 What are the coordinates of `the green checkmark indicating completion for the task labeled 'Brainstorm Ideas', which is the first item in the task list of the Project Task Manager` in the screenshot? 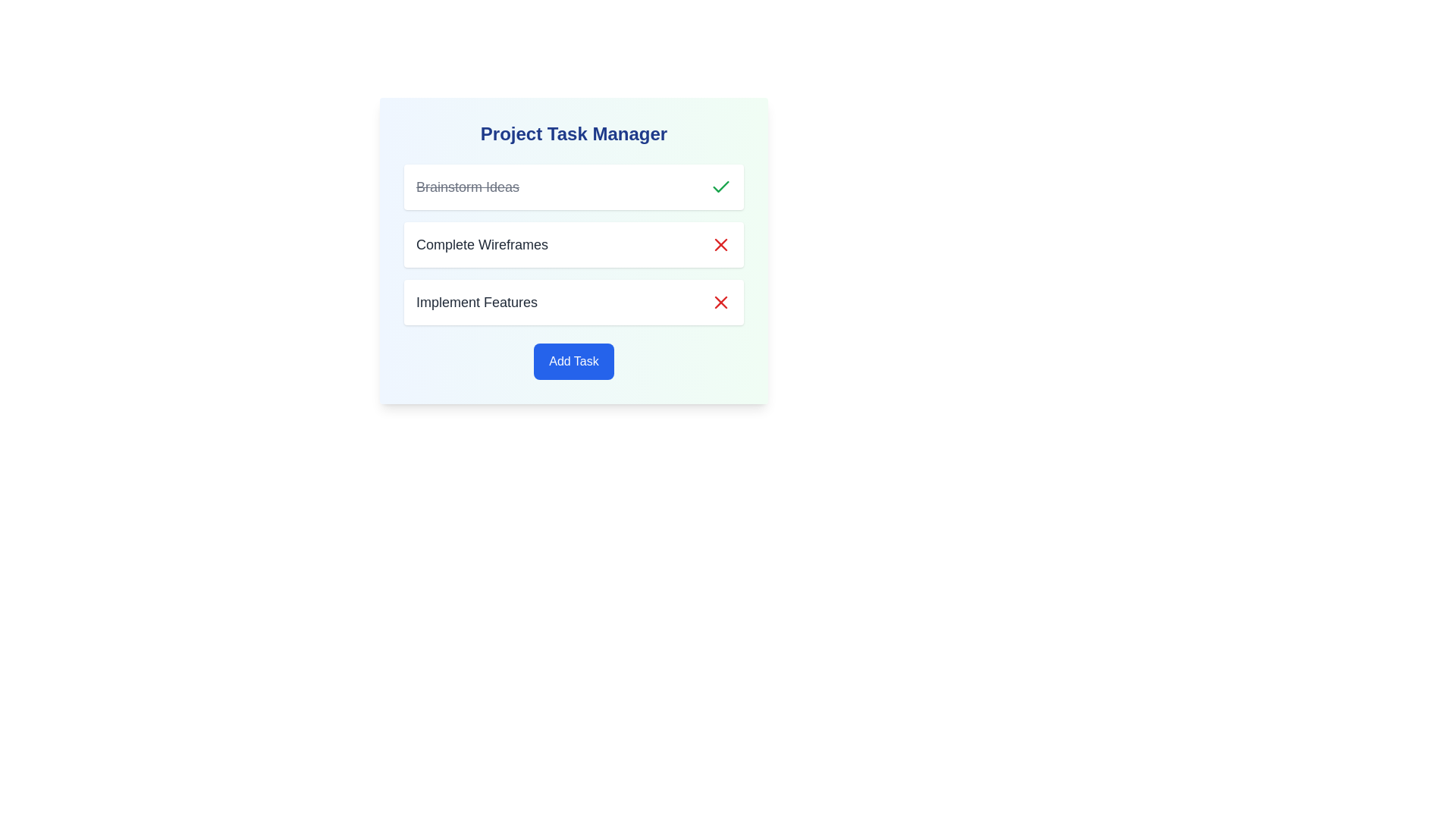 It's located at (573, 186).